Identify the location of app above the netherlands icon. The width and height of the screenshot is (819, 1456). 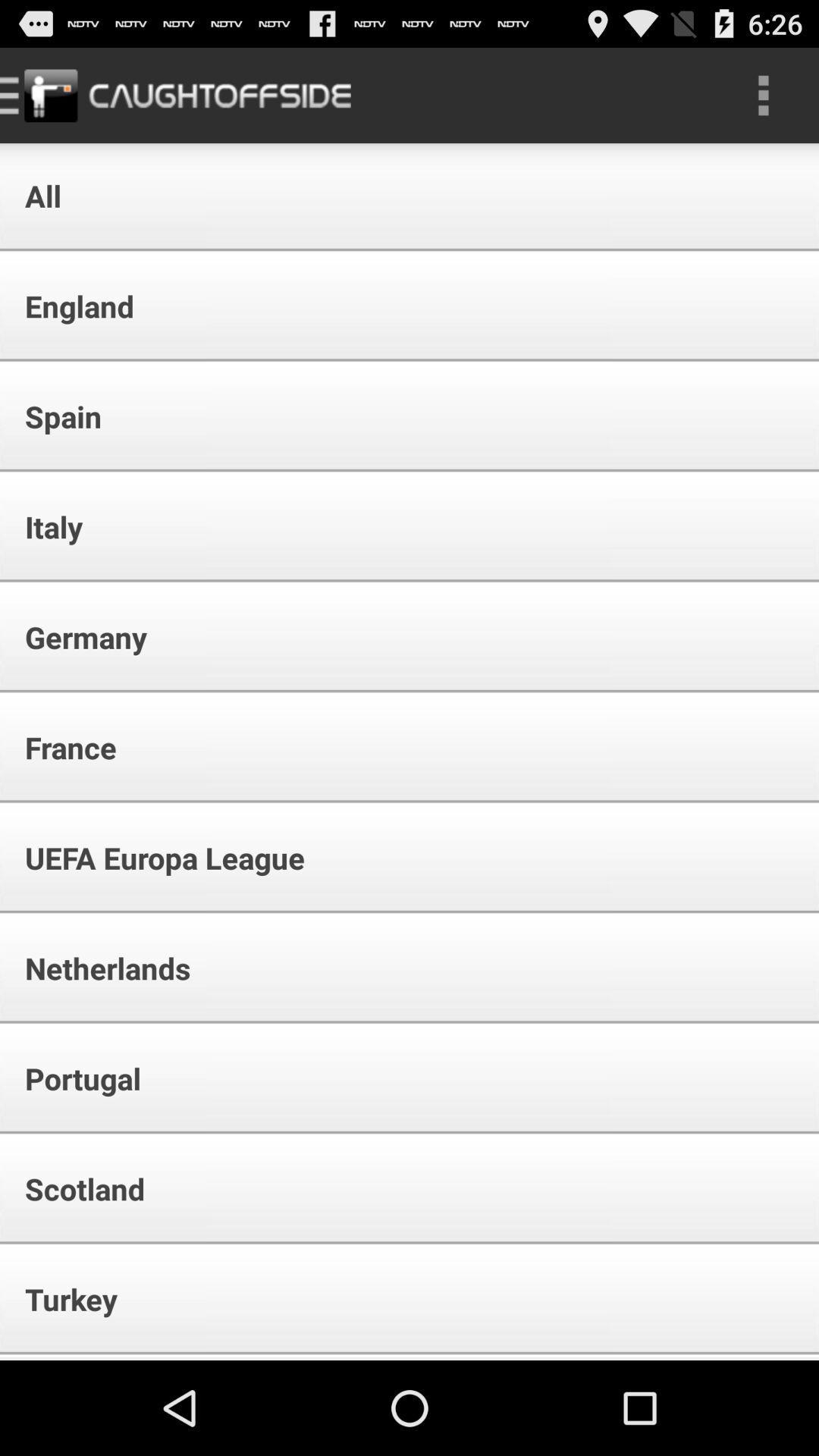
(155, 858).